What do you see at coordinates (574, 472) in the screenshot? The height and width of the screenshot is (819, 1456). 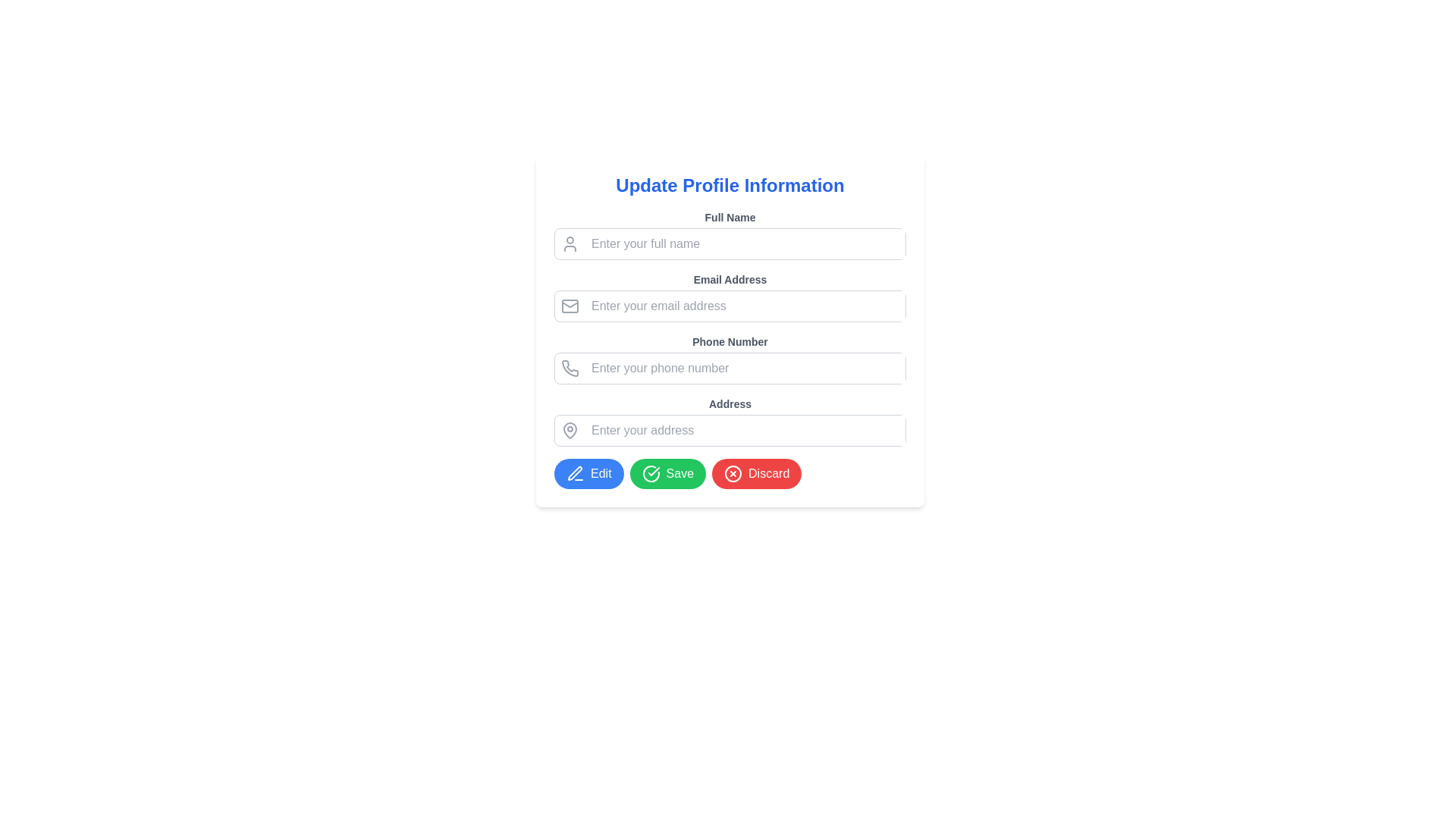 I see `the pen icon within the blue circular 'Edit' button located in the leftmost section of the bottom action button group to initiate an edit action` at bounding box center [574, 472].